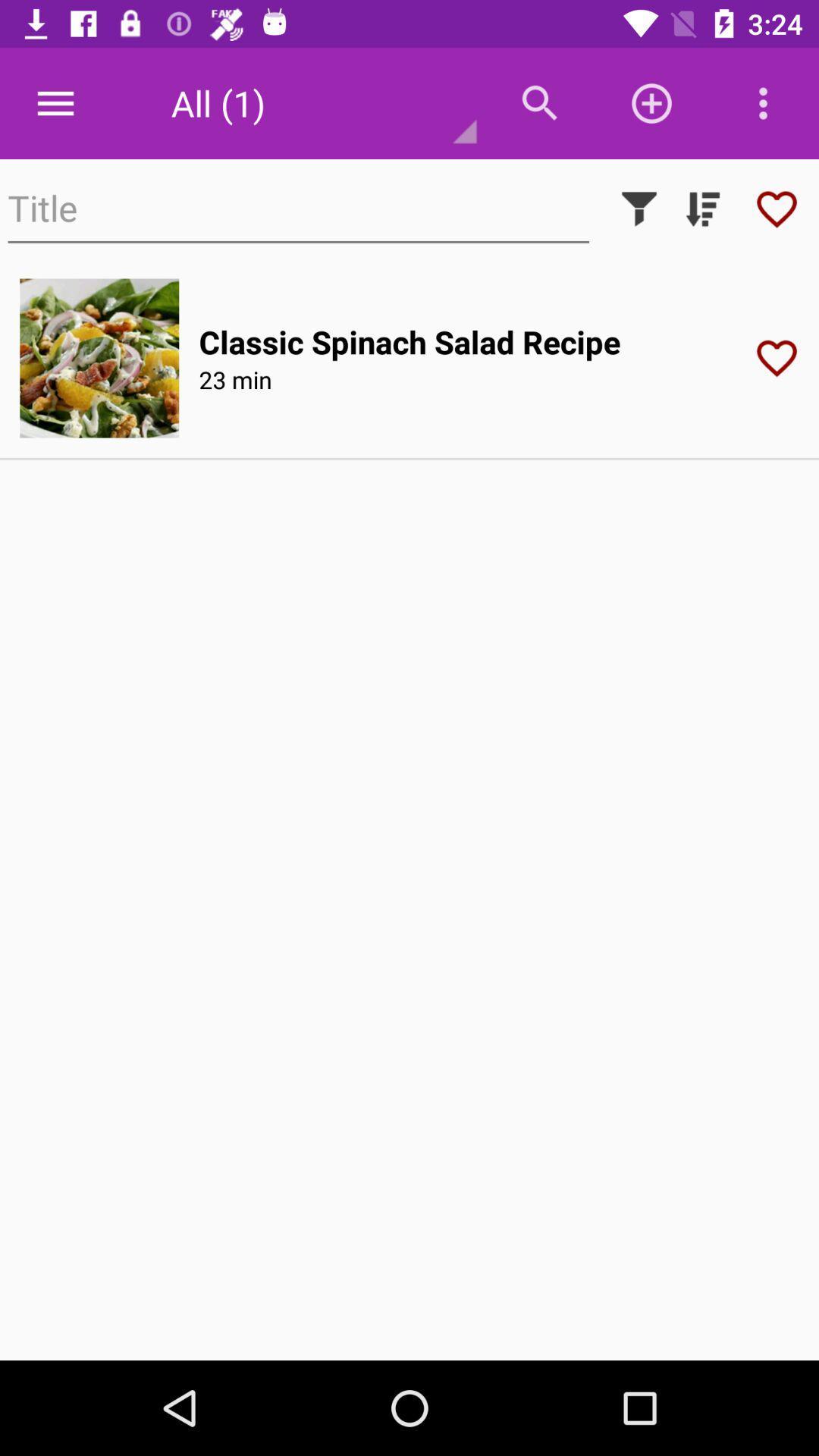 The image size is (819, 1456). What do you see at coordinates (777, 208) in the screenshot?
I see `show the recipe you liked` at bounding box center [777, 208].